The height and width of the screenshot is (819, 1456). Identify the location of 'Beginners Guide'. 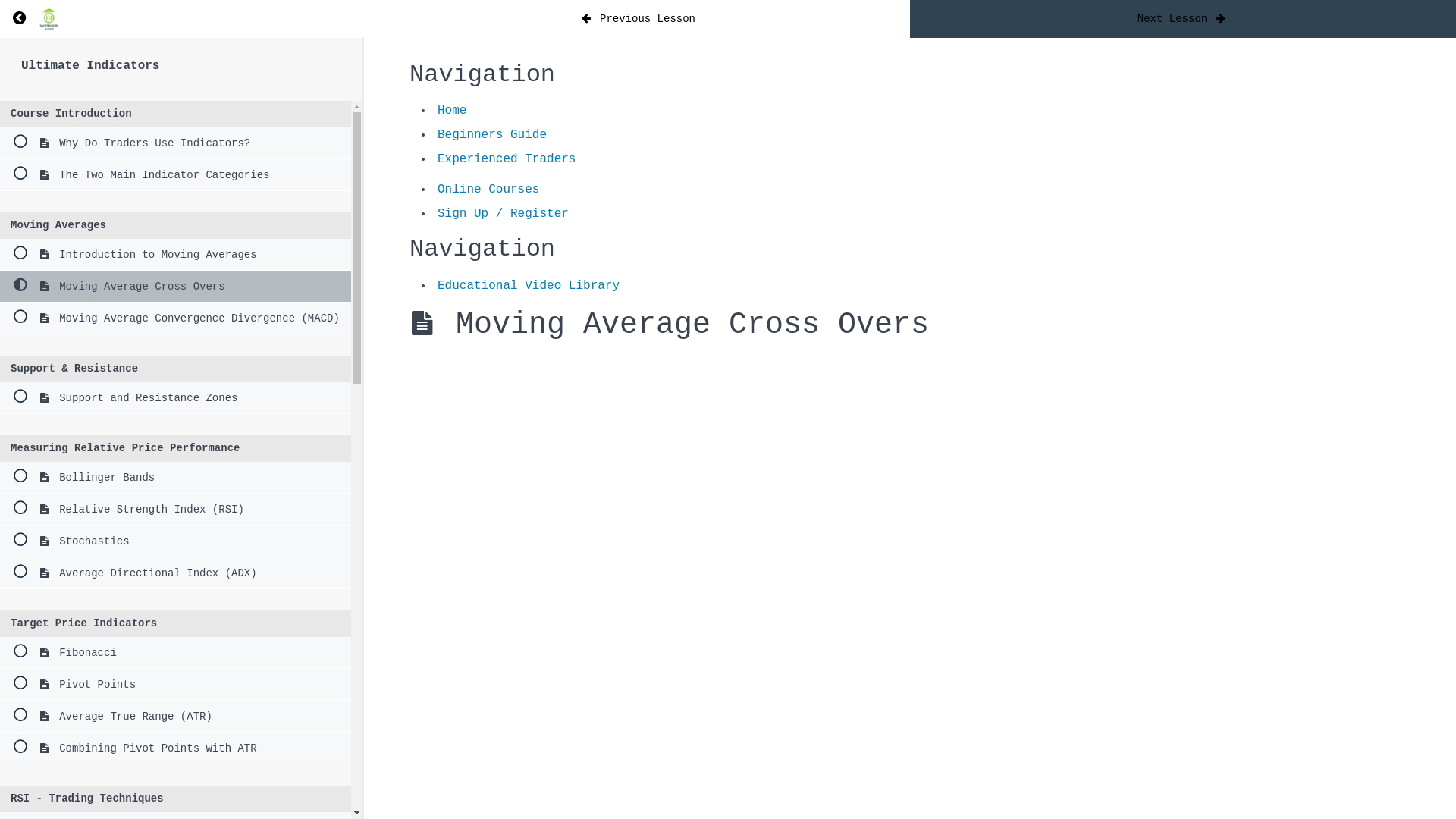
(491, 133).